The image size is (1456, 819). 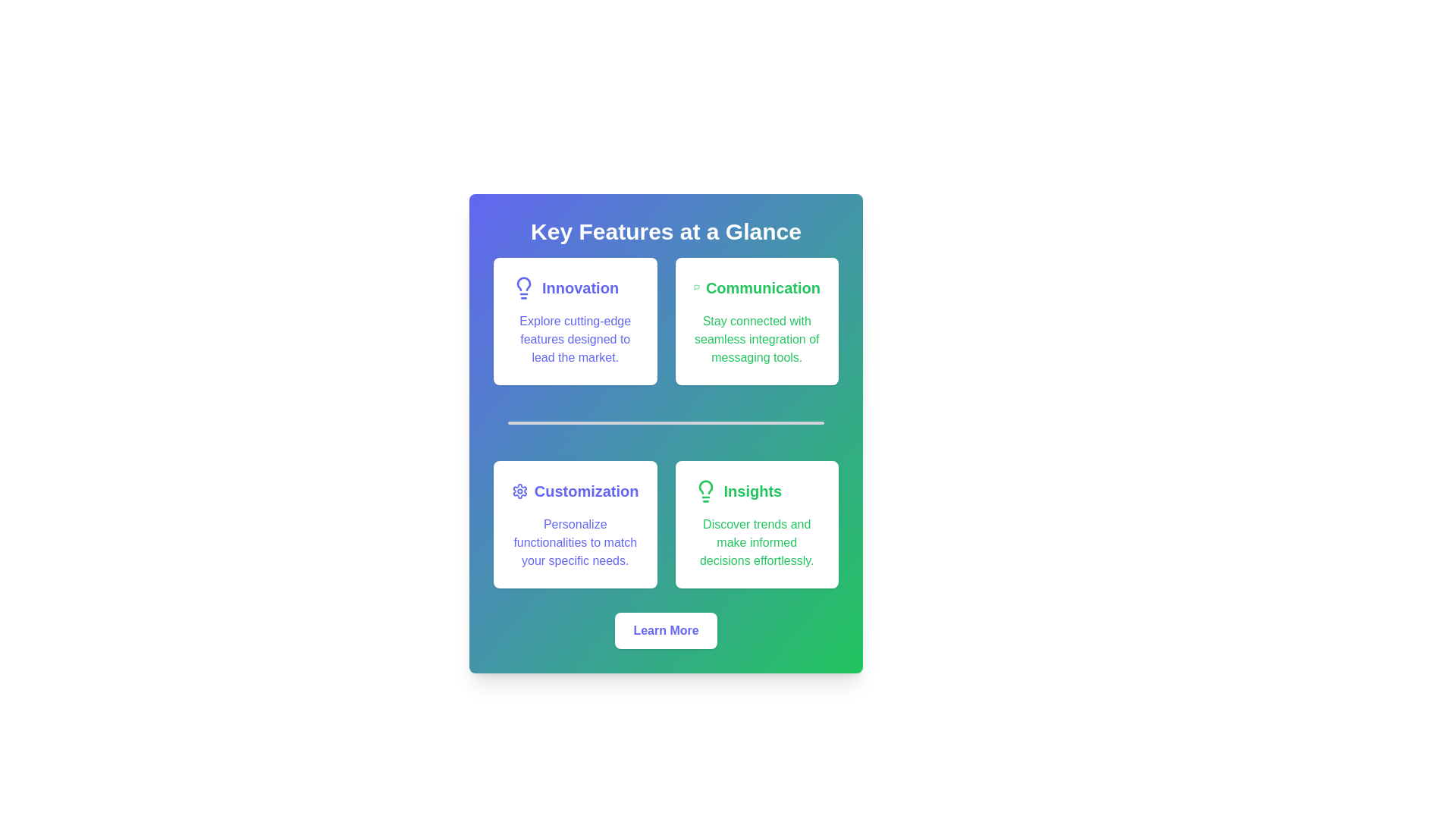 I want to click on the thin, light gray horizontal Separator bar located centrally between the 'Innovation' and 'Communication' cards and the 'Customization' and 'Insights' cards, so click(x=666, y=423).